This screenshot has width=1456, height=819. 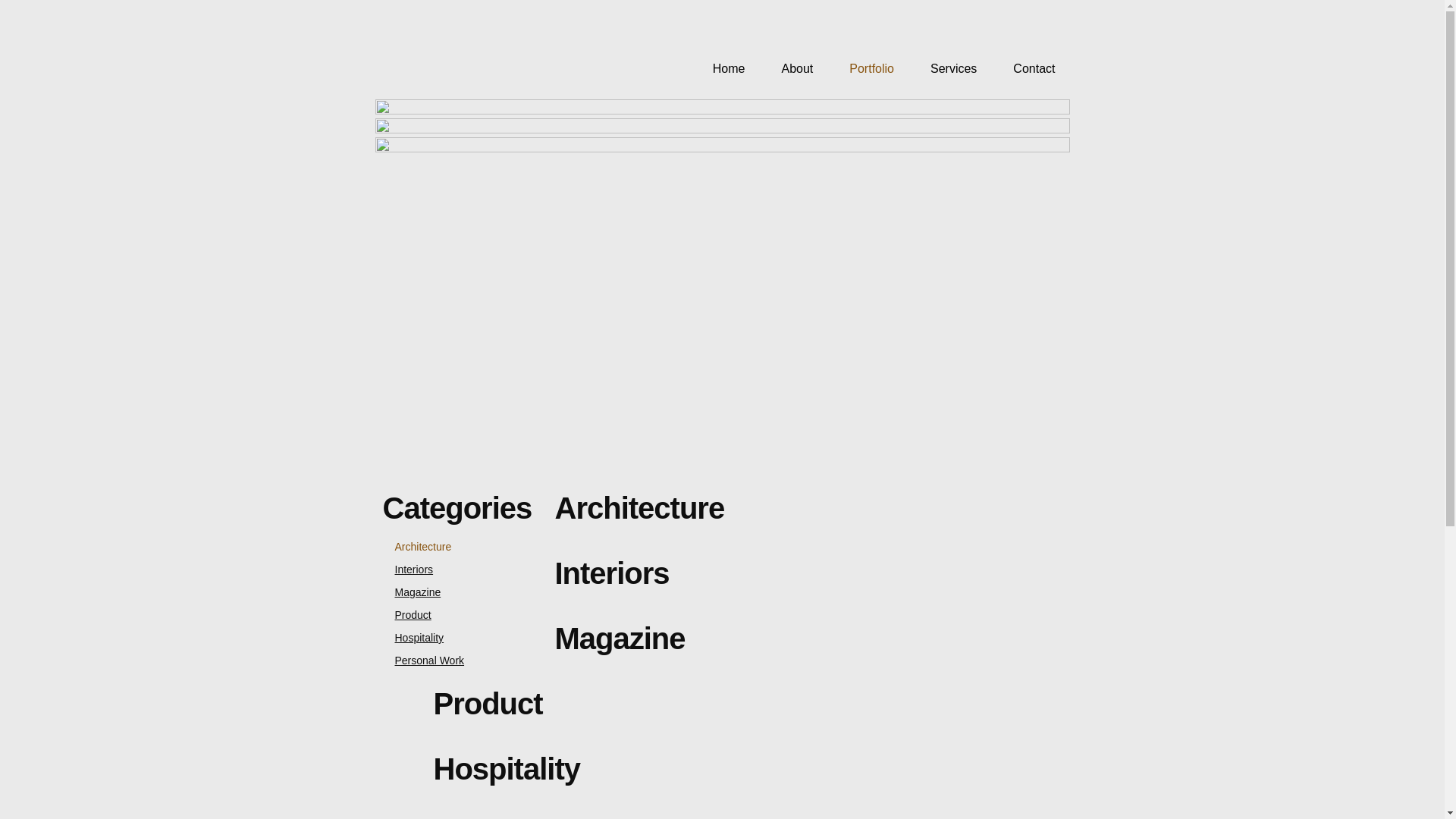 I want to click on 'Product', so click(x=406, y=614).